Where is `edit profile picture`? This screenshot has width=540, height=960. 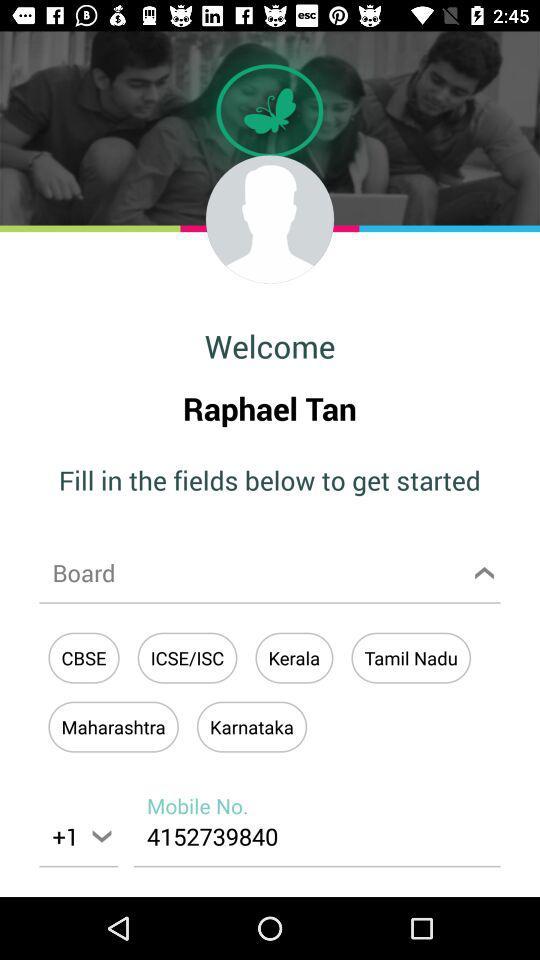
edit profile picture is located at coordinates (270, 219).